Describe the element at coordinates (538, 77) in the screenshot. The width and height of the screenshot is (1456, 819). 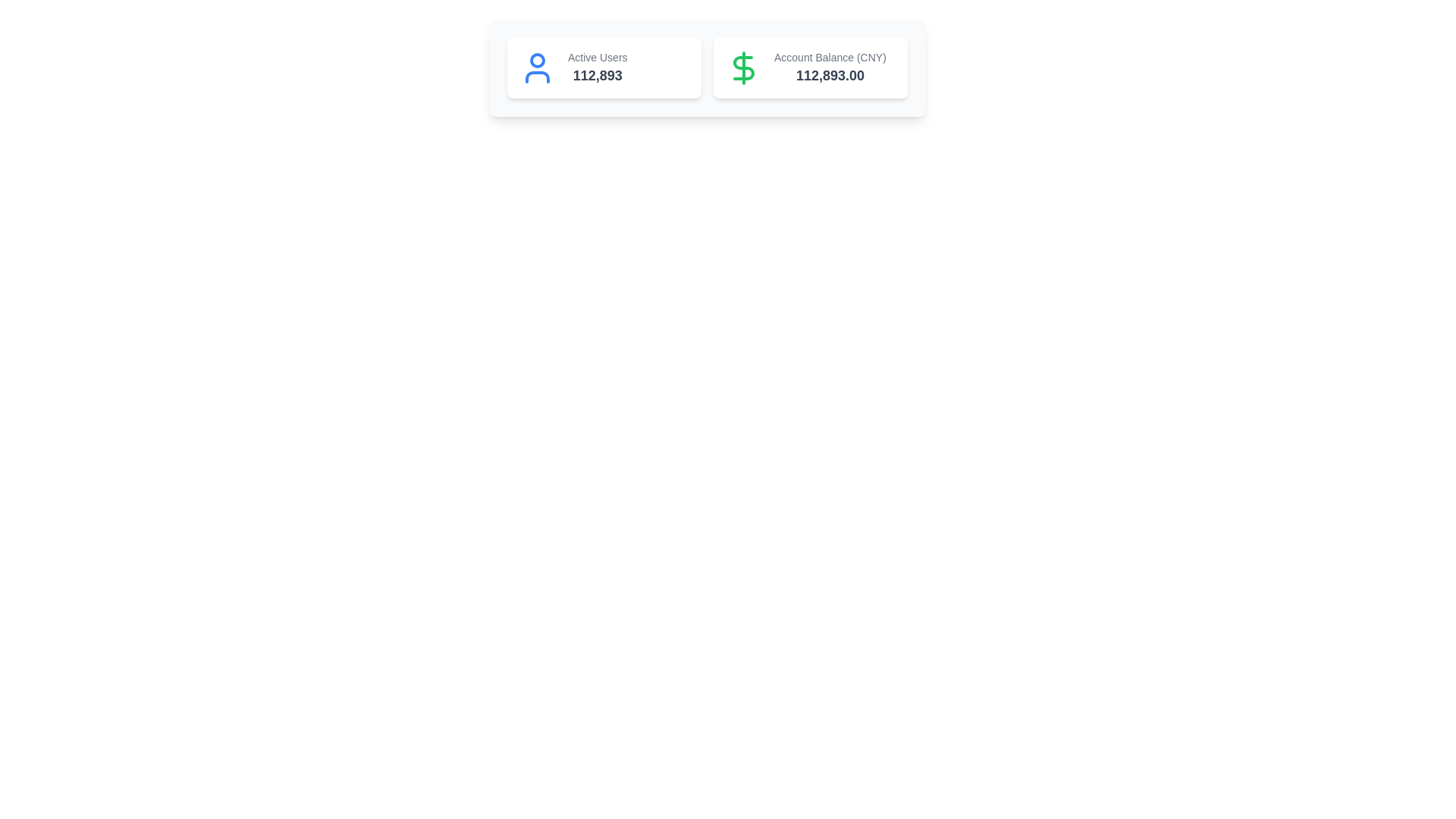
I see `the graphic representation of the lower part of the human figure icon, which is part of a user icon, located in the leftmost card above the text 'Active Users' and '112,893'` at that location.